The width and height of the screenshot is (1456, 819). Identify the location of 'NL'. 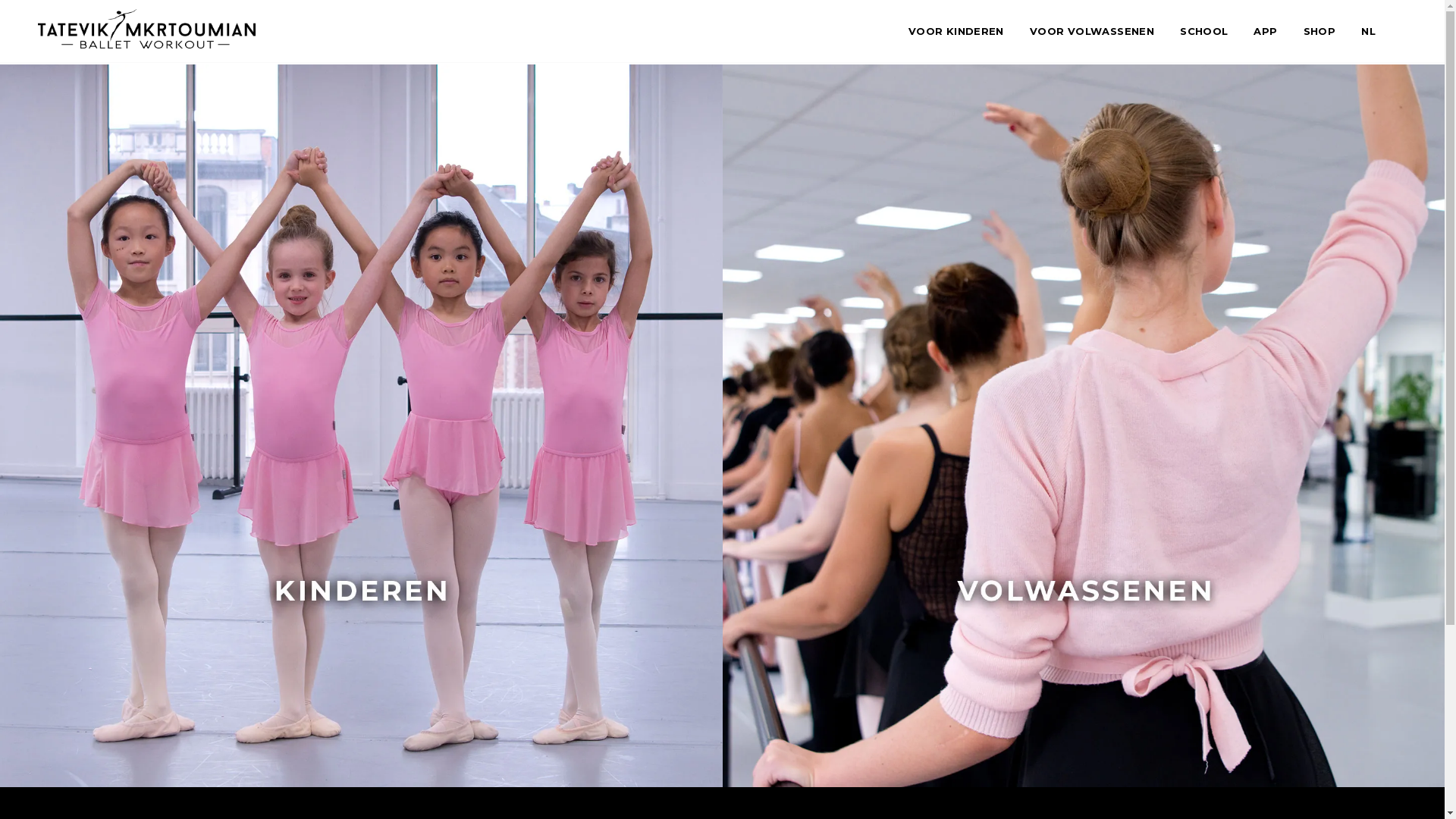
(1368, 31).